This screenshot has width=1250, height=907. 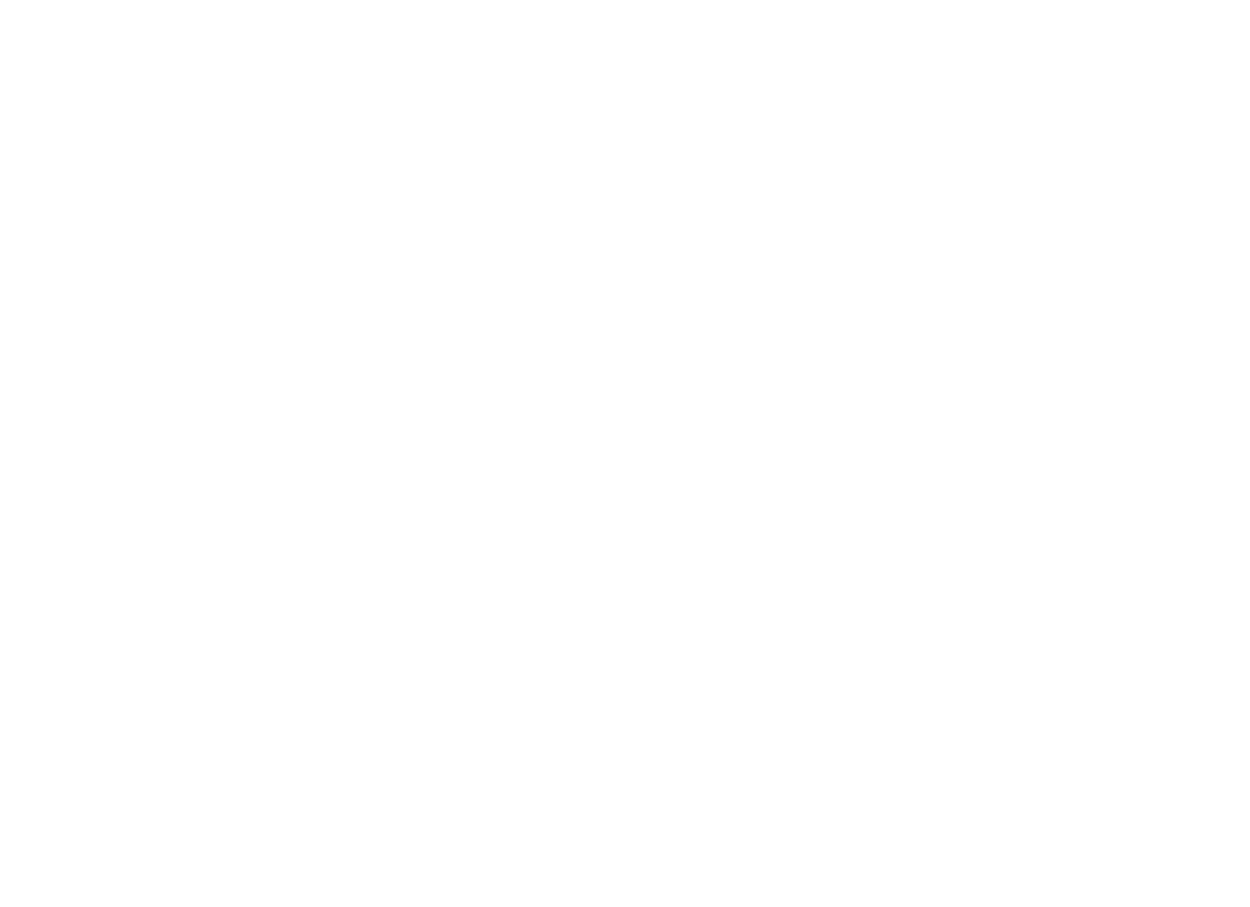 What do you see at coordinates (1018, 704) in the screenshot?
I see `'RSS'` at bounding box center [1018, 704].